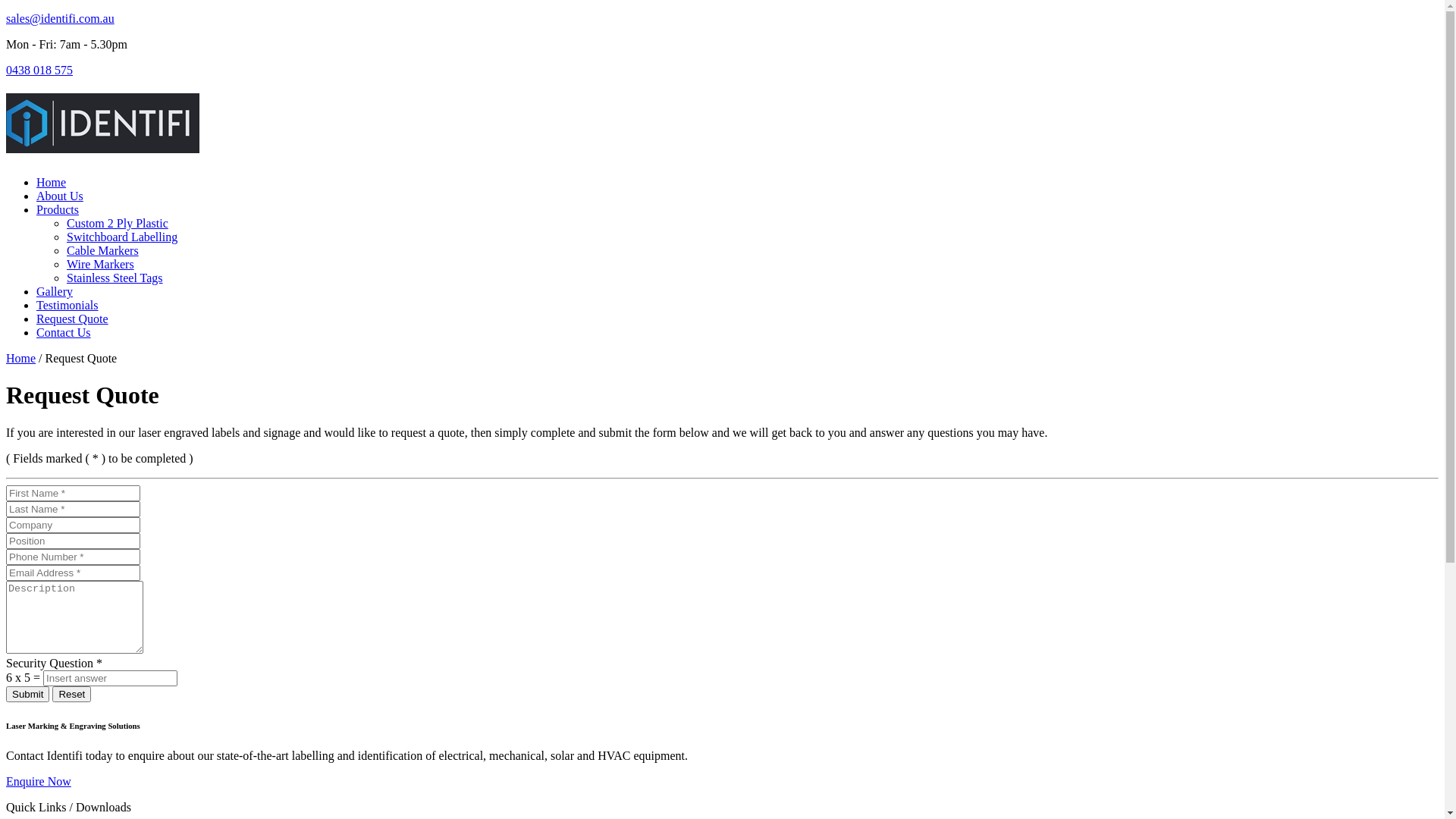 This screenshot has width=1456, height=819. Describe the element at coordinates (99, 263) in the screenshot. I see `'Wire Markers'` at that location.